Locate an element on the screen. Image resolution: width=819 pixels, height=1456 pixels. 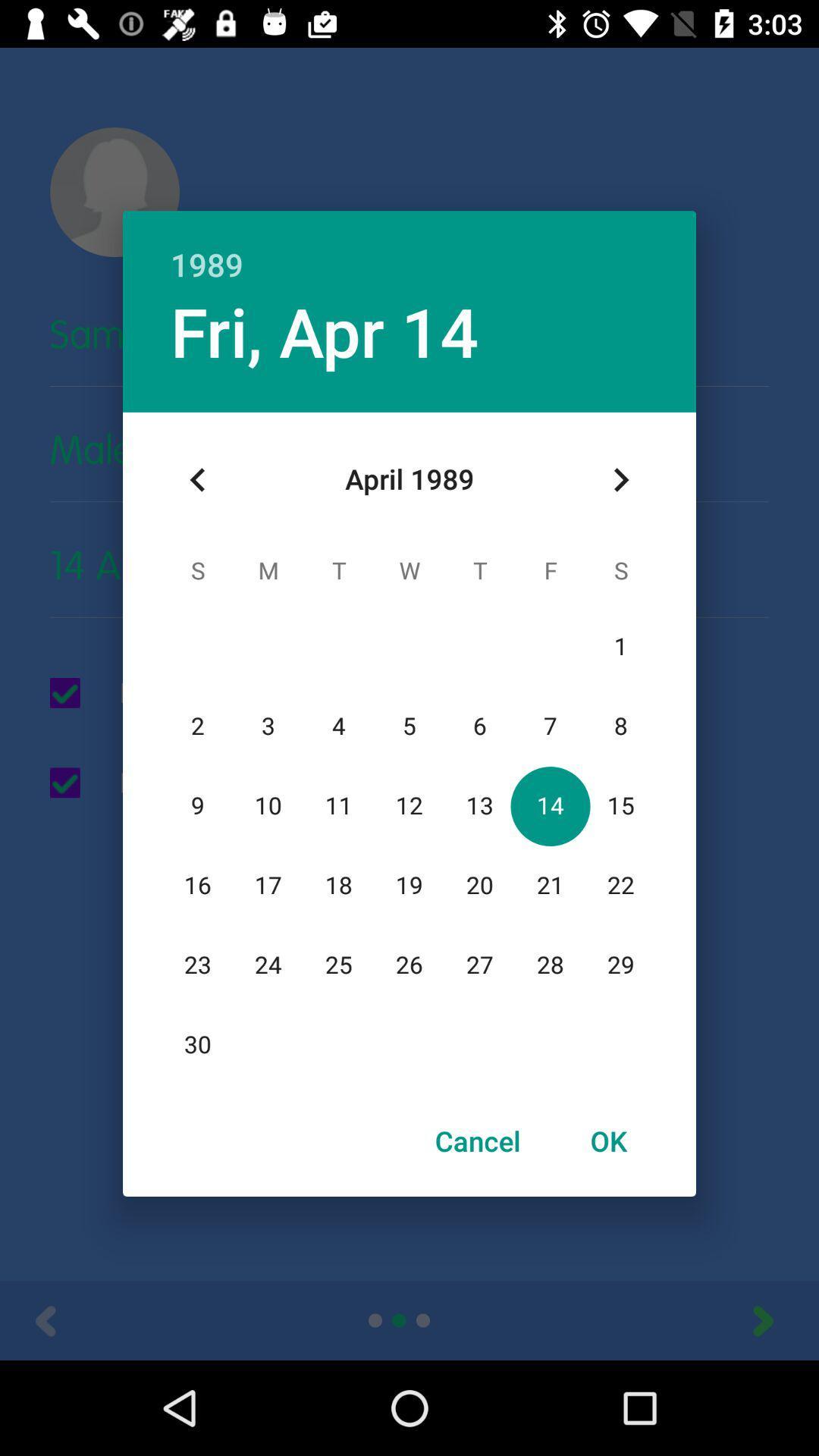
item to the left of the ok icon is located at coordinates (478, 1141).